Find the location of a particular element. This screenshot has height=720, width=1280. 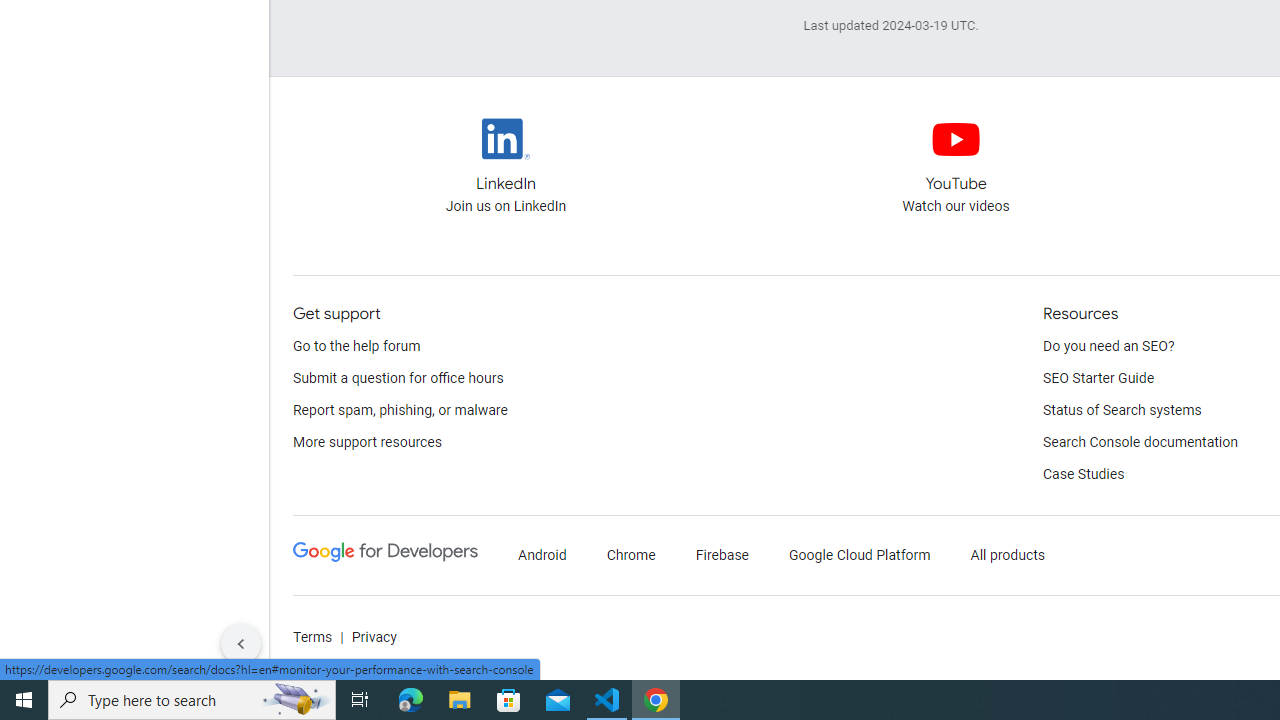

'Firebase' is located at coordinates (721, 555).